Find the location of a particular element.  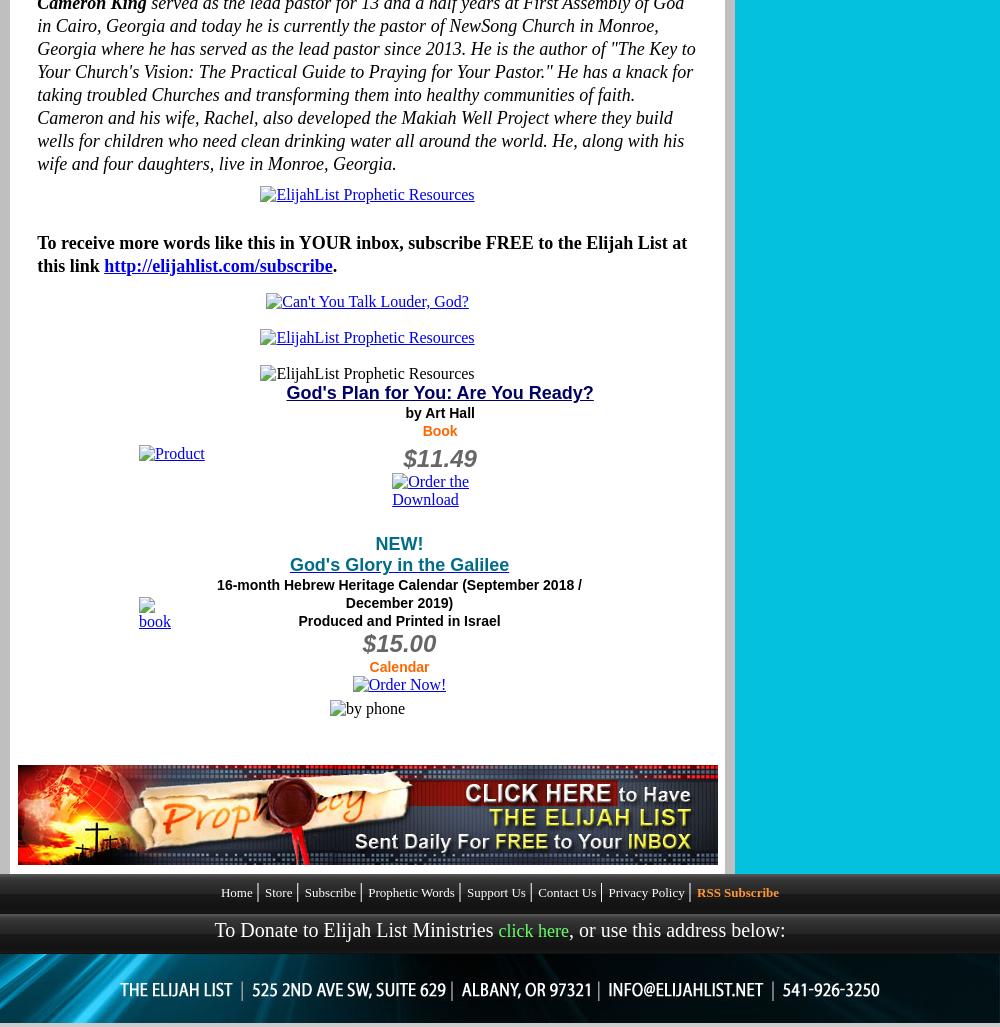

'Privacy Policy' is located at coordinates (648, 891).